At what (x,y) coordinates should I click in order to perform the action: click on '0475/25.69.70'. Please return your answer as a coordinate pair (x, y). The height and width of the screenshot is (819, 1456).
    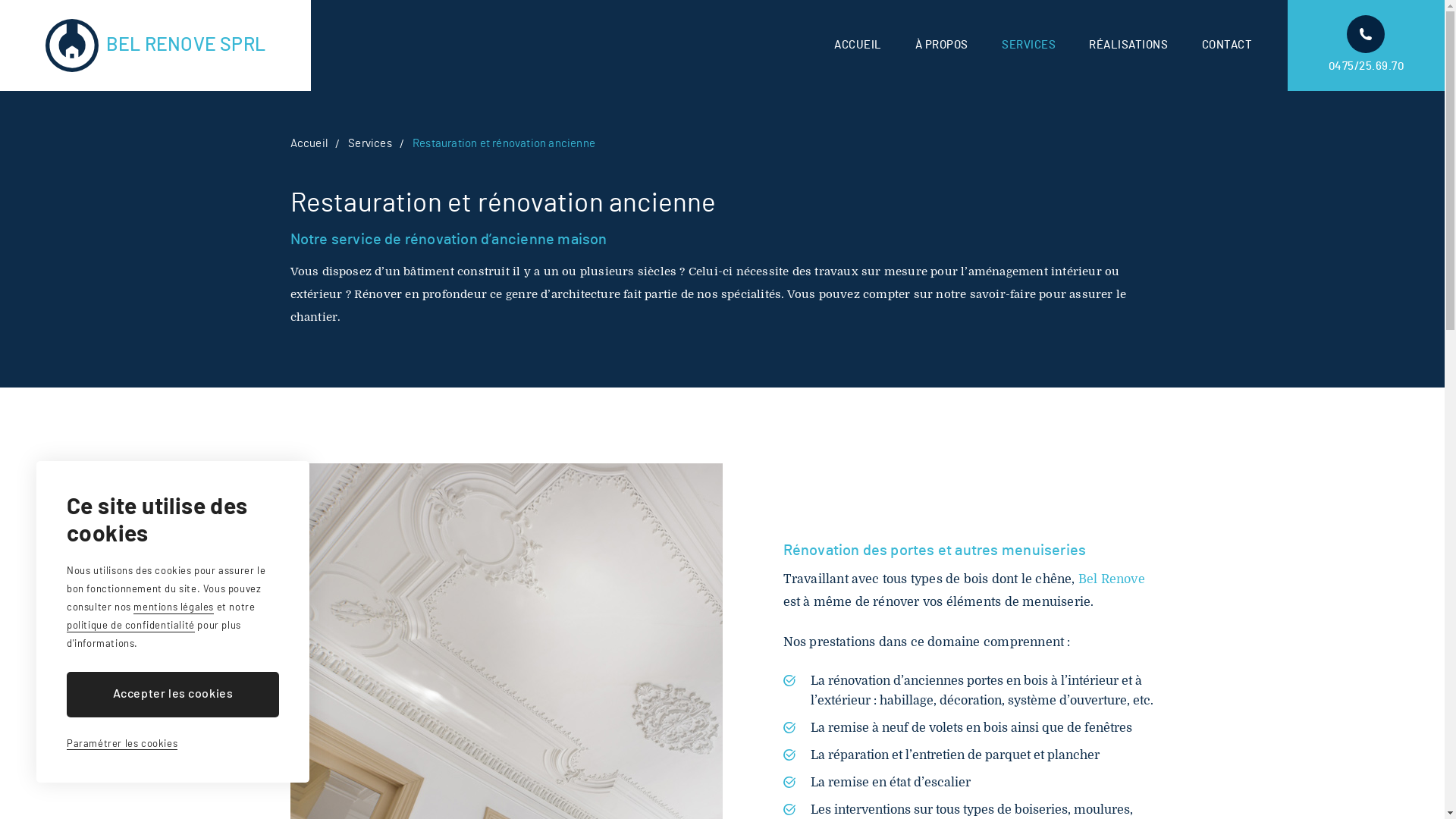
    Looking at the image, I should click on (1366, 45).